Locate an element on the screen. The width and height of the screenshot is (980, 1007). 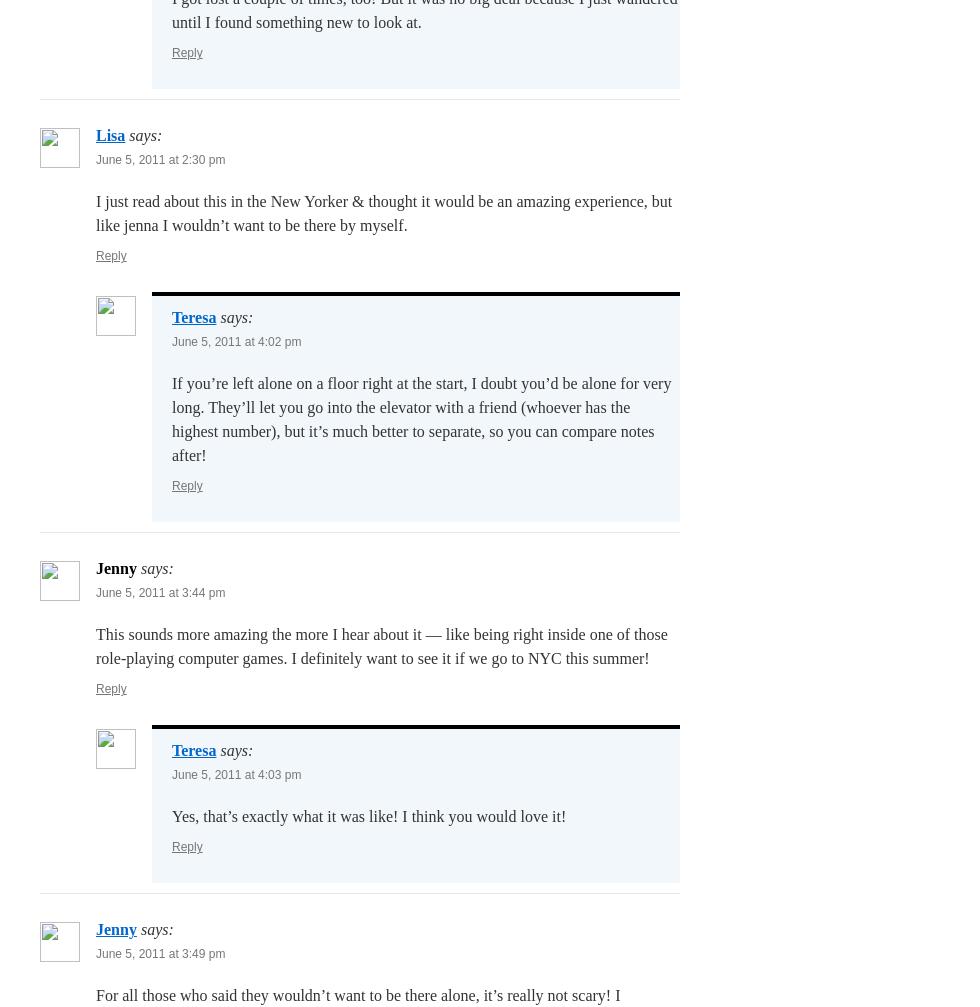
'June 5, 2011 at 3:44 pm' is located at coordinates (160, 592).